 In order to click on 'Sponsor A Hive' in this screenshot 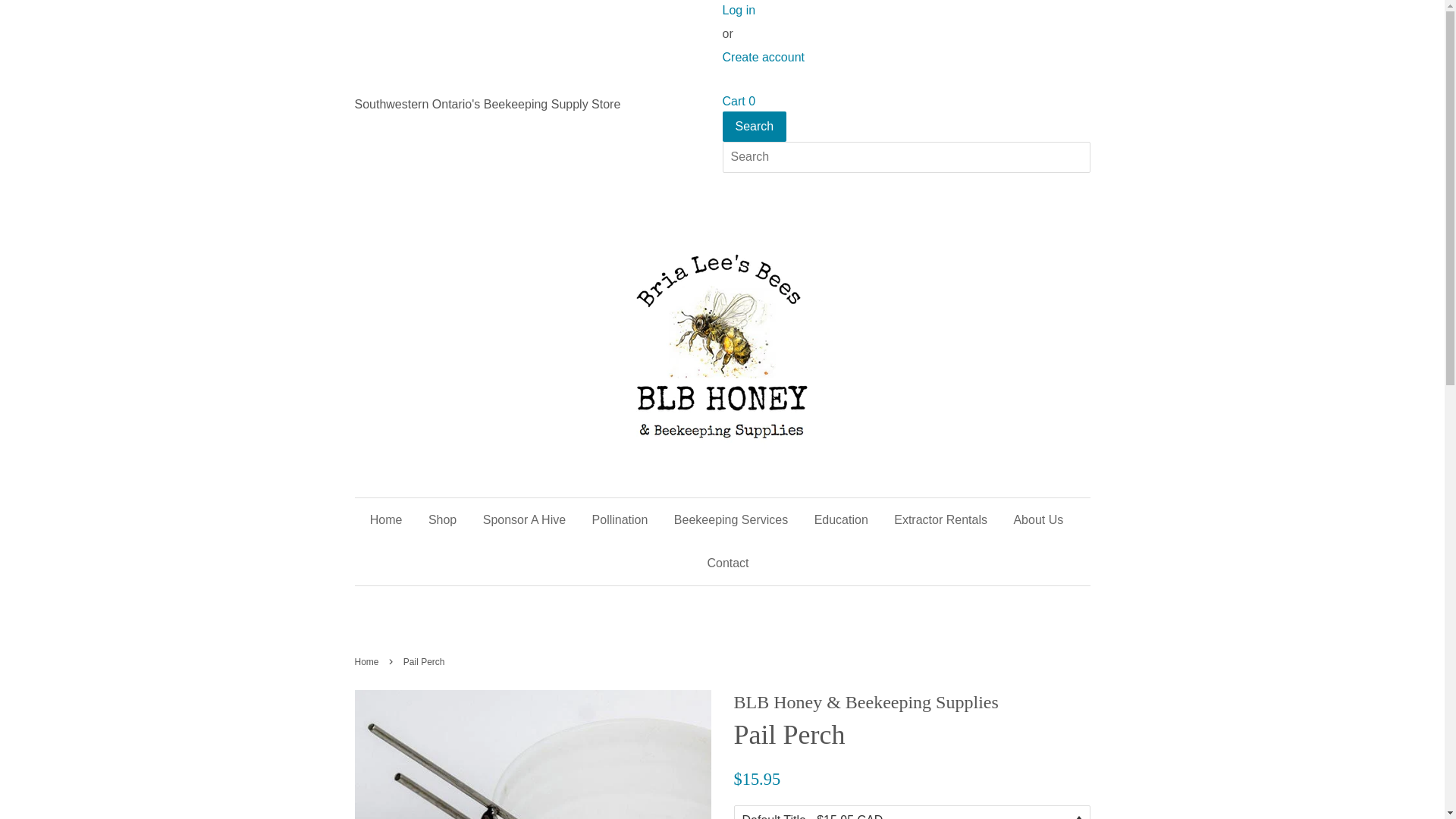, I will do `click(524, 519)`.